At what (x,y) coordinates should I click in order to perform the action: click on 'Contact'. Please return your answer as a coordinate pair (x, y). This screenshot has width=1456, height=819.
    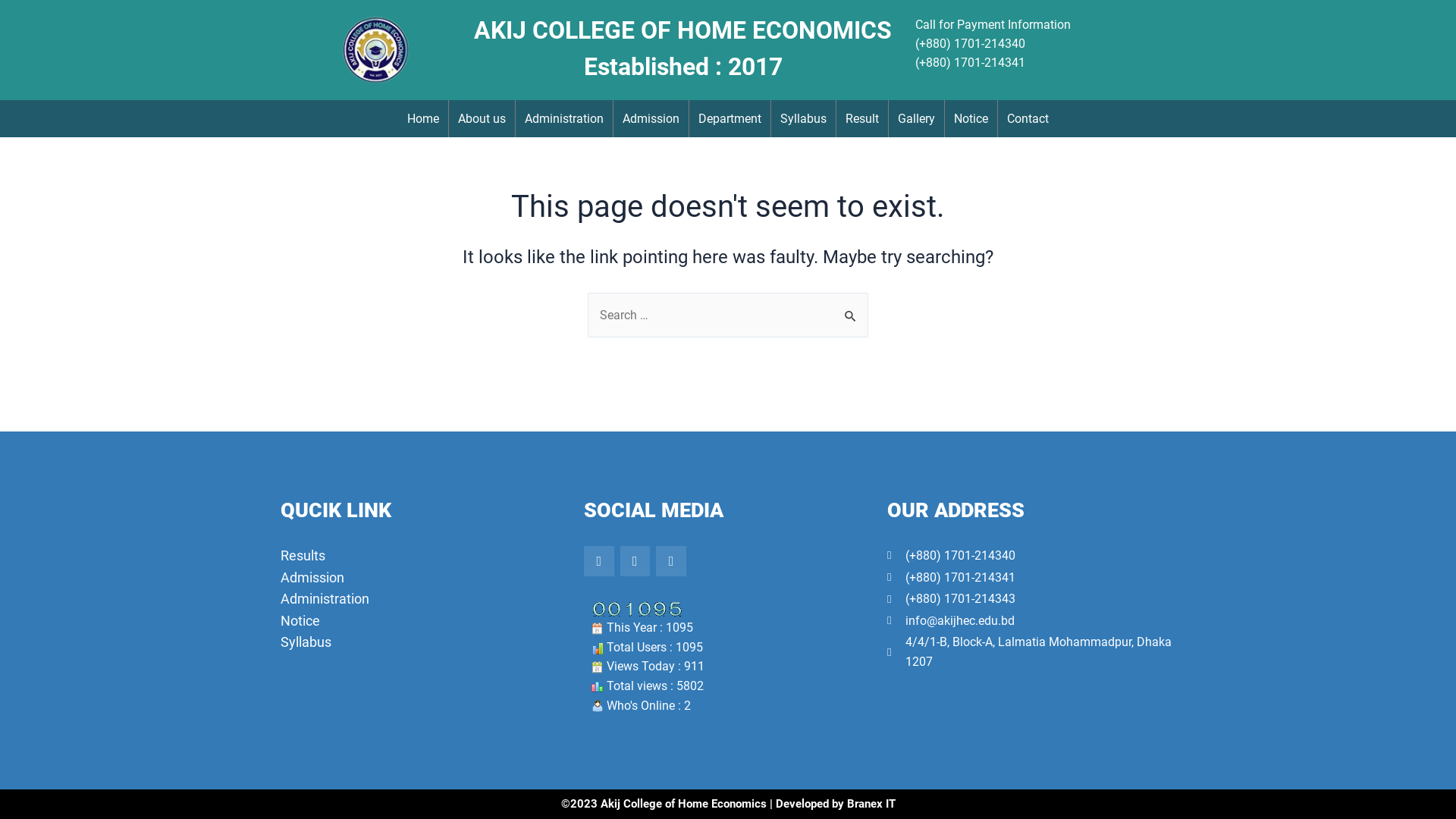
    Looking at the image, I should click on (1028, 118).